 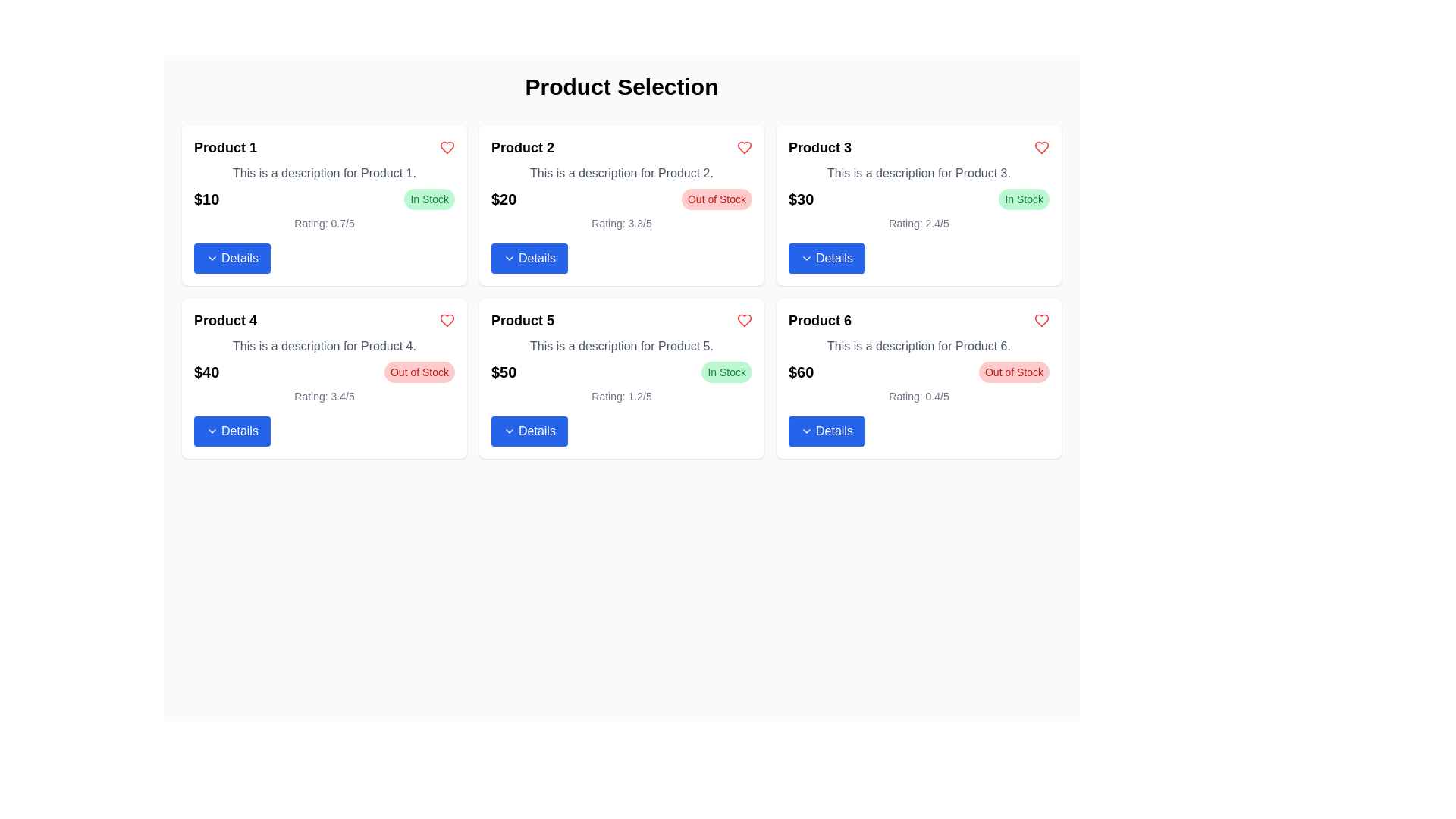 I want to click on the text element that provides a brief description of Product 2, located below the product title and above the pricing information within the card for Product 2 in the second column of the first row of the grid, so click(x=622, y=172).